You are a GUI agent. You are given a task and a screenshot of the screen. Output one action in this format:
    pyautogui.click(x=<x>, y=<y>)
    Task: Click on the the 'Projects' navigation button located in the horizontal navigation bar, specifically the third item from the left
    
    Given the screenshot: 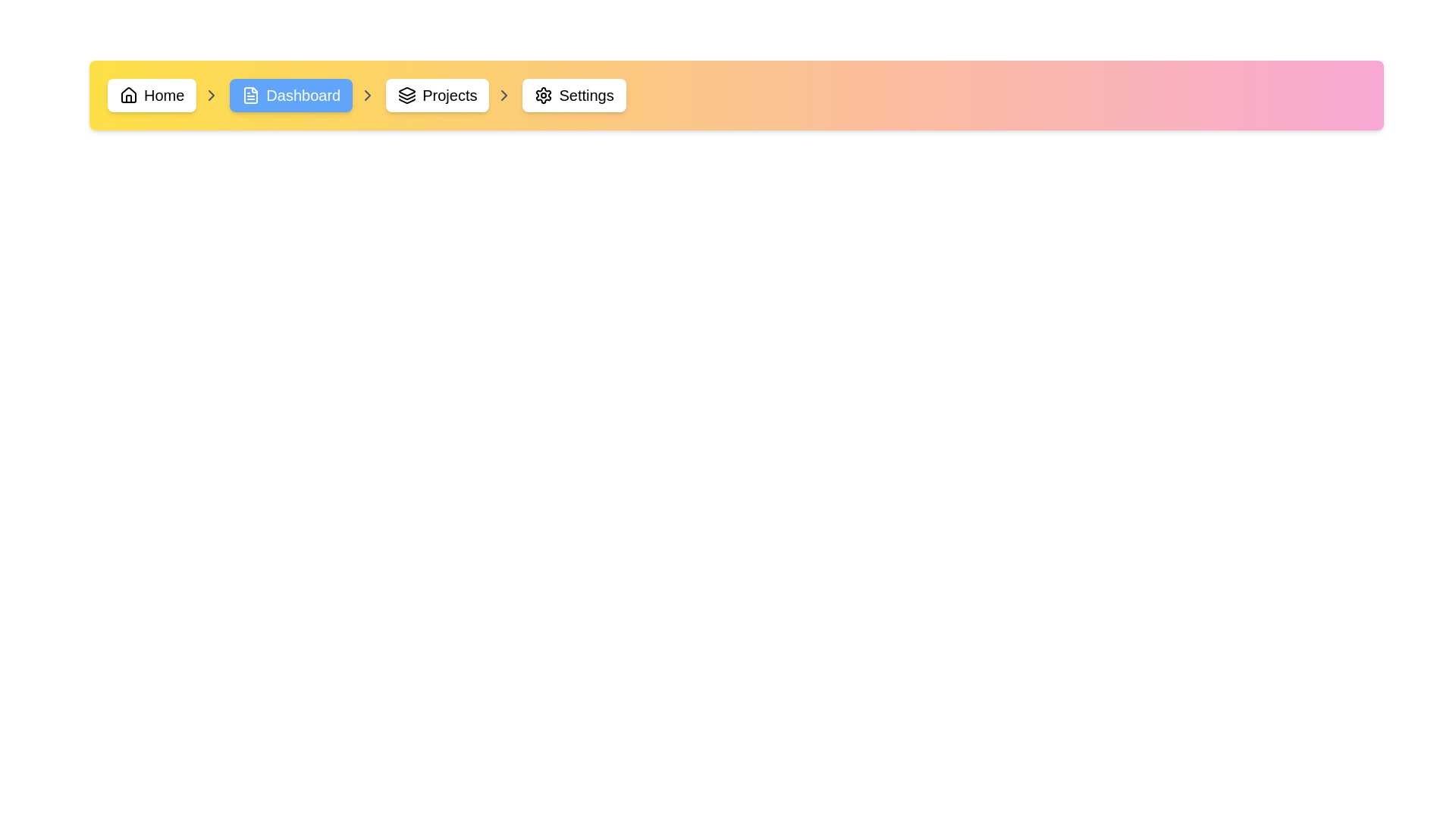 What is the action you would take?
    pyautogui.click(x=449, y=96)
    